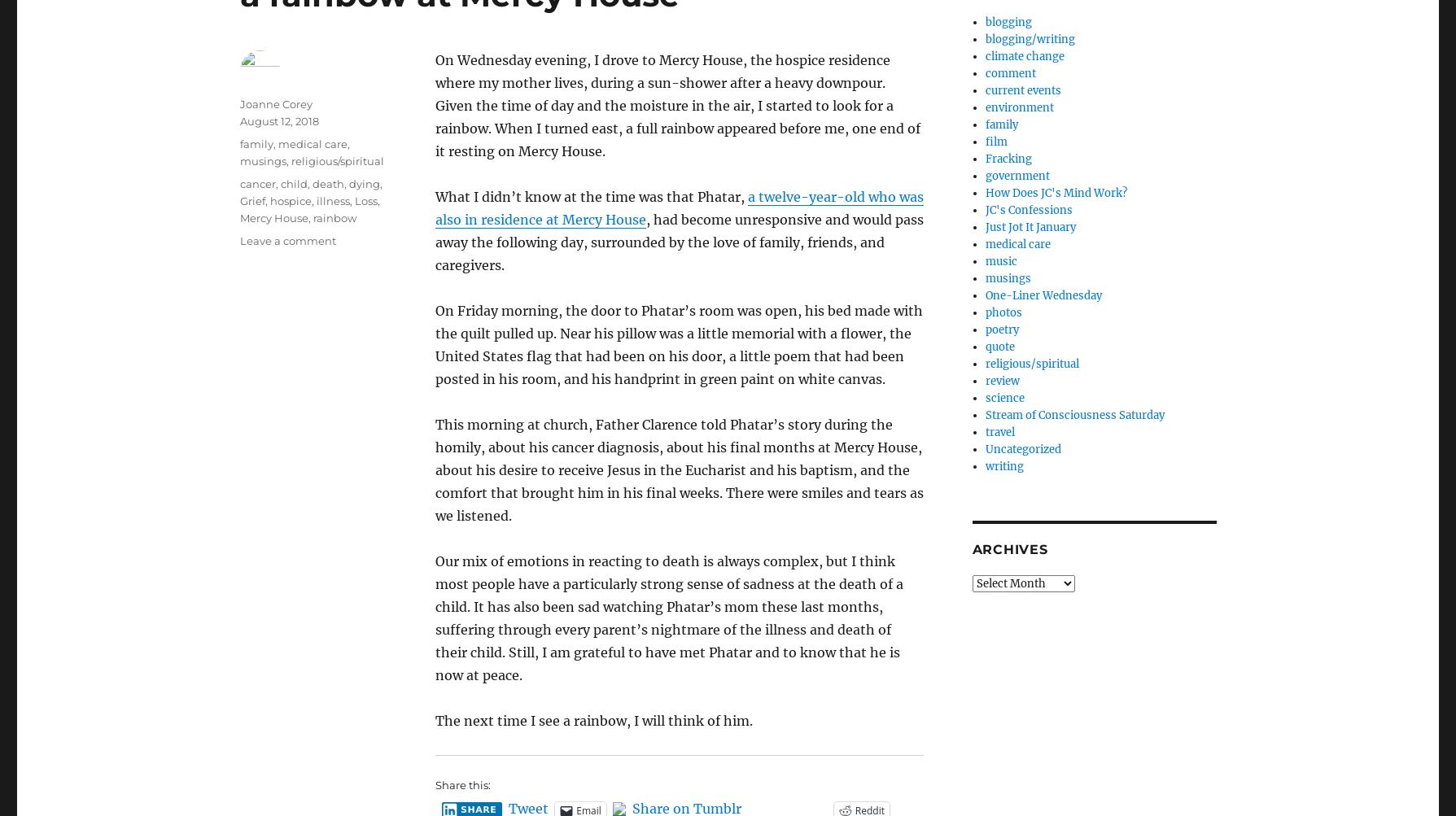  Describe the element at coordinates (593, 720) in the screenshot. I see `'The next time I see a rainbow, I will think of him.'` at that location.